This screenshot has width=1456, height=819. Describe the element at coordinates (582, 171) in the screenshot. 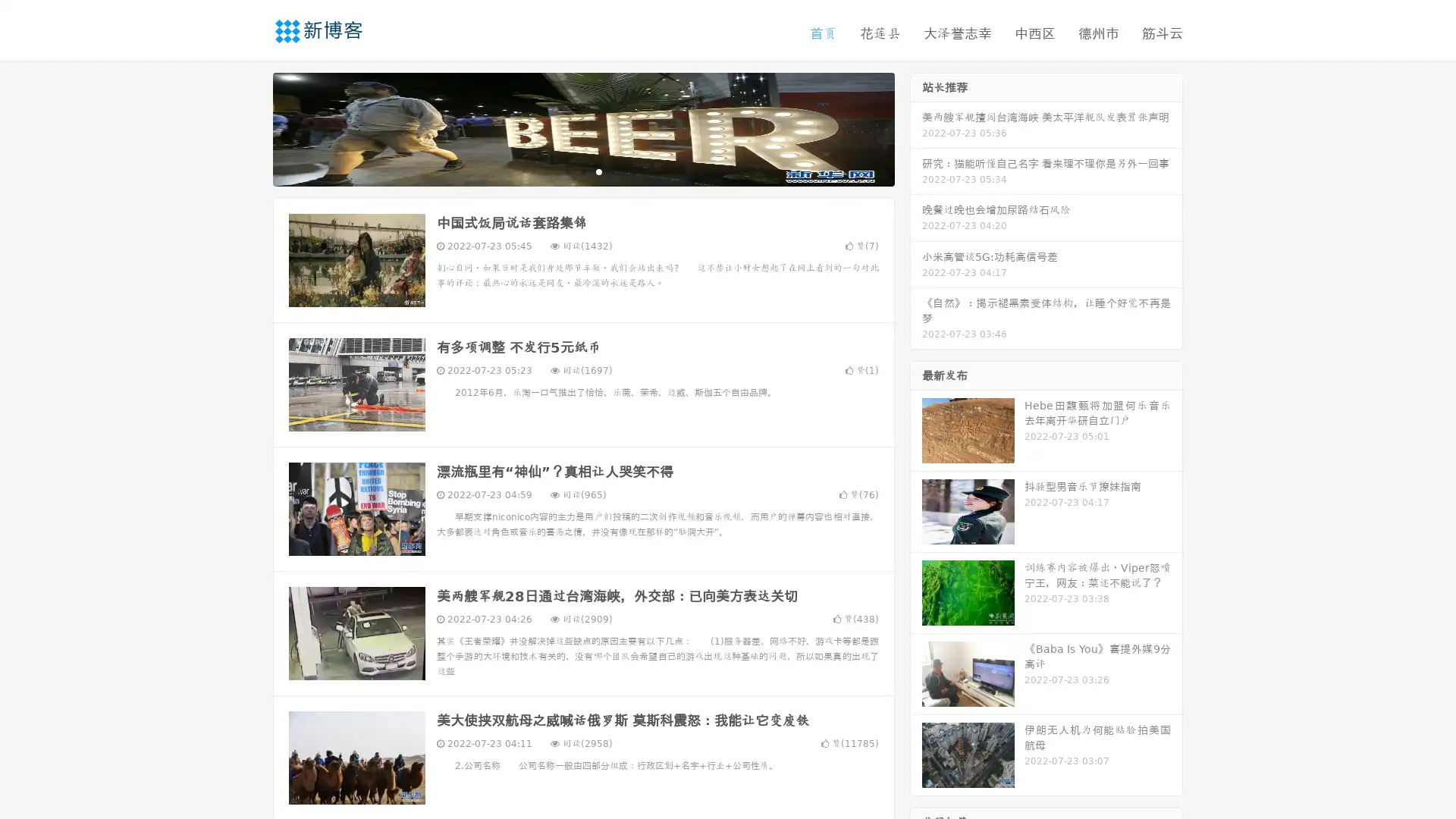

I see `Go to slide 2` at that location.